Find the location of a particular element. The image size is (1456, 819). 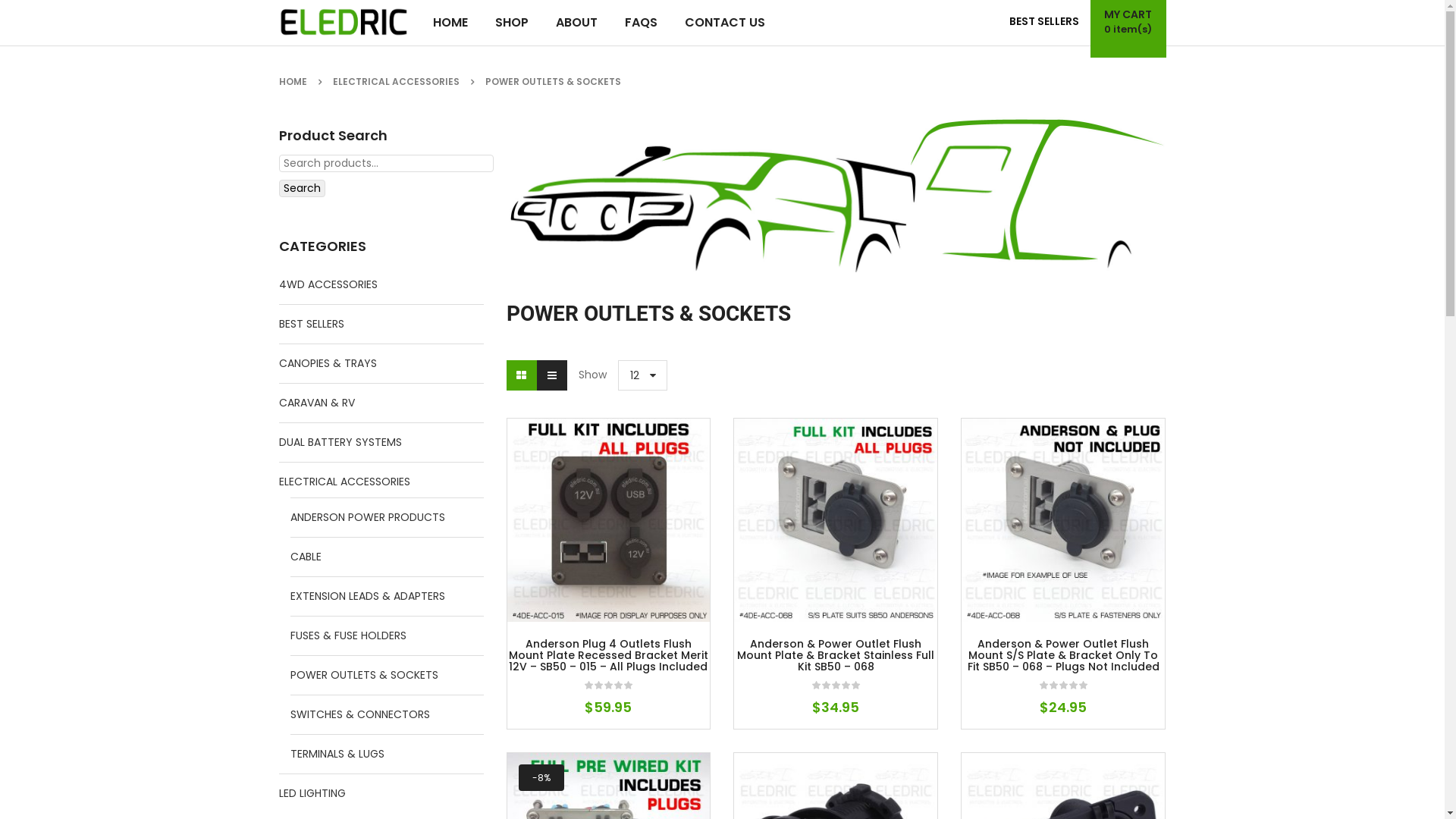

'HOME' is located at coordinates (449, 23).